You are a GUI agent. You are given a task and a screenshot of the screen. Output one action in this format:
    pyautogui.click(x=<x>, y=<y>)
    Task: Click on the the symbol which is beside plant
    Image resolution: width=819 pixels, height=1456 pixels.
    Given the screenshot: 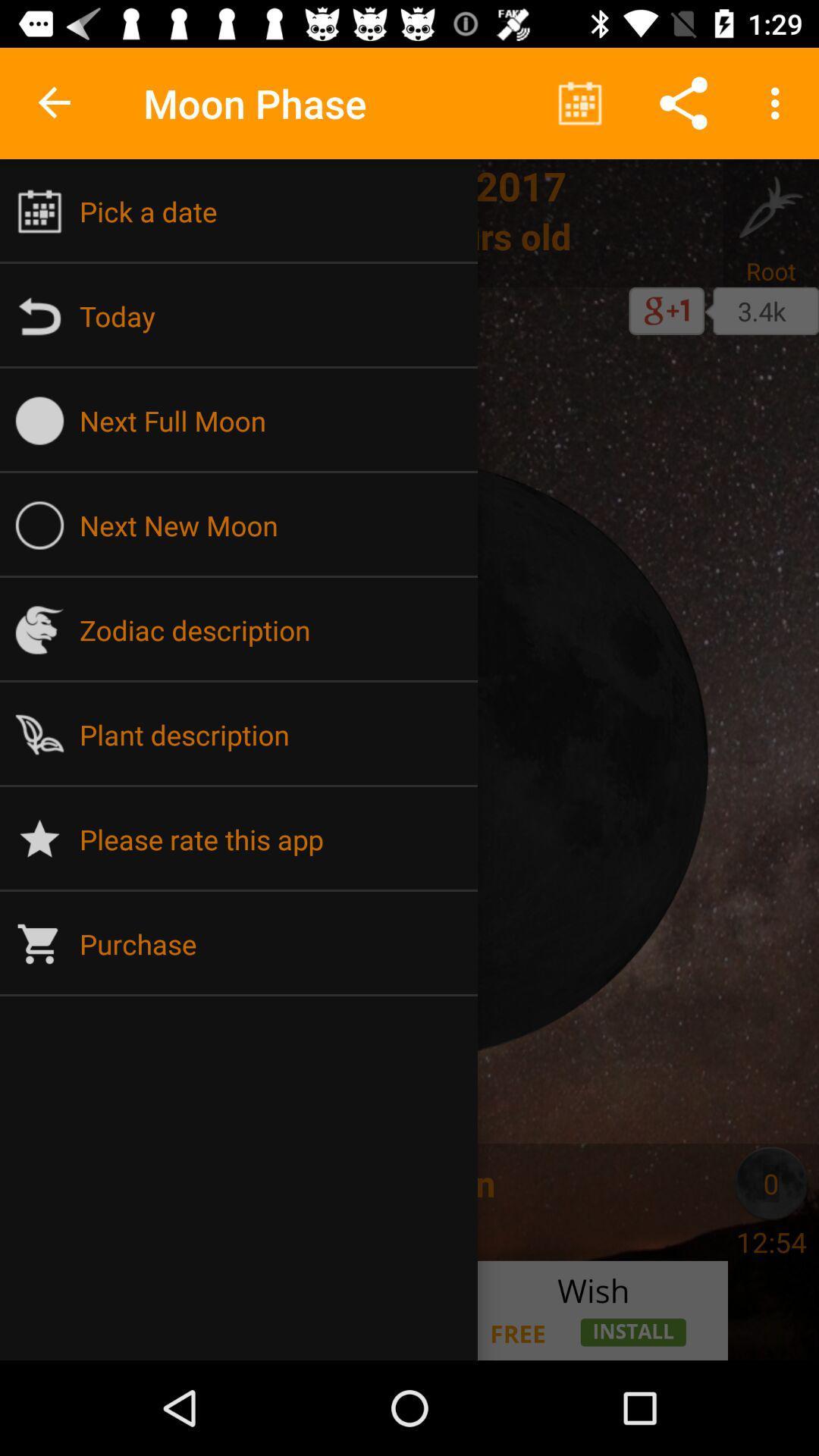 What is the action you would take?
    pyautogui.click(x=39, y=735)
    